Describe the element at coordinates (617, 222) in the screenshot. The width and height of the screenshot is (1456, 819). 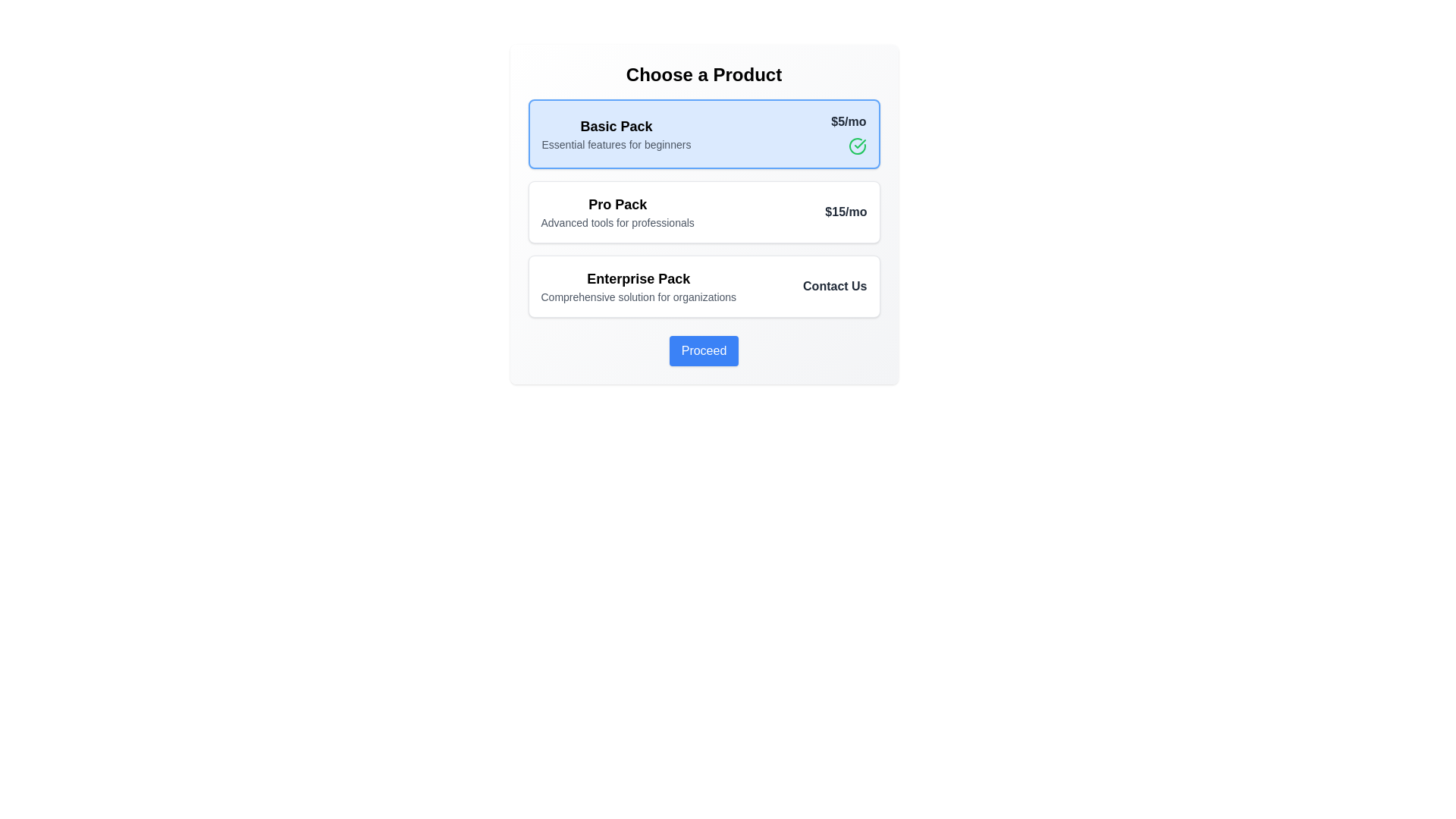
I see `the text label displaying 'Advanced tools for professionals' located beneath the 'Pro Pack' label in the second product option box` at that location.